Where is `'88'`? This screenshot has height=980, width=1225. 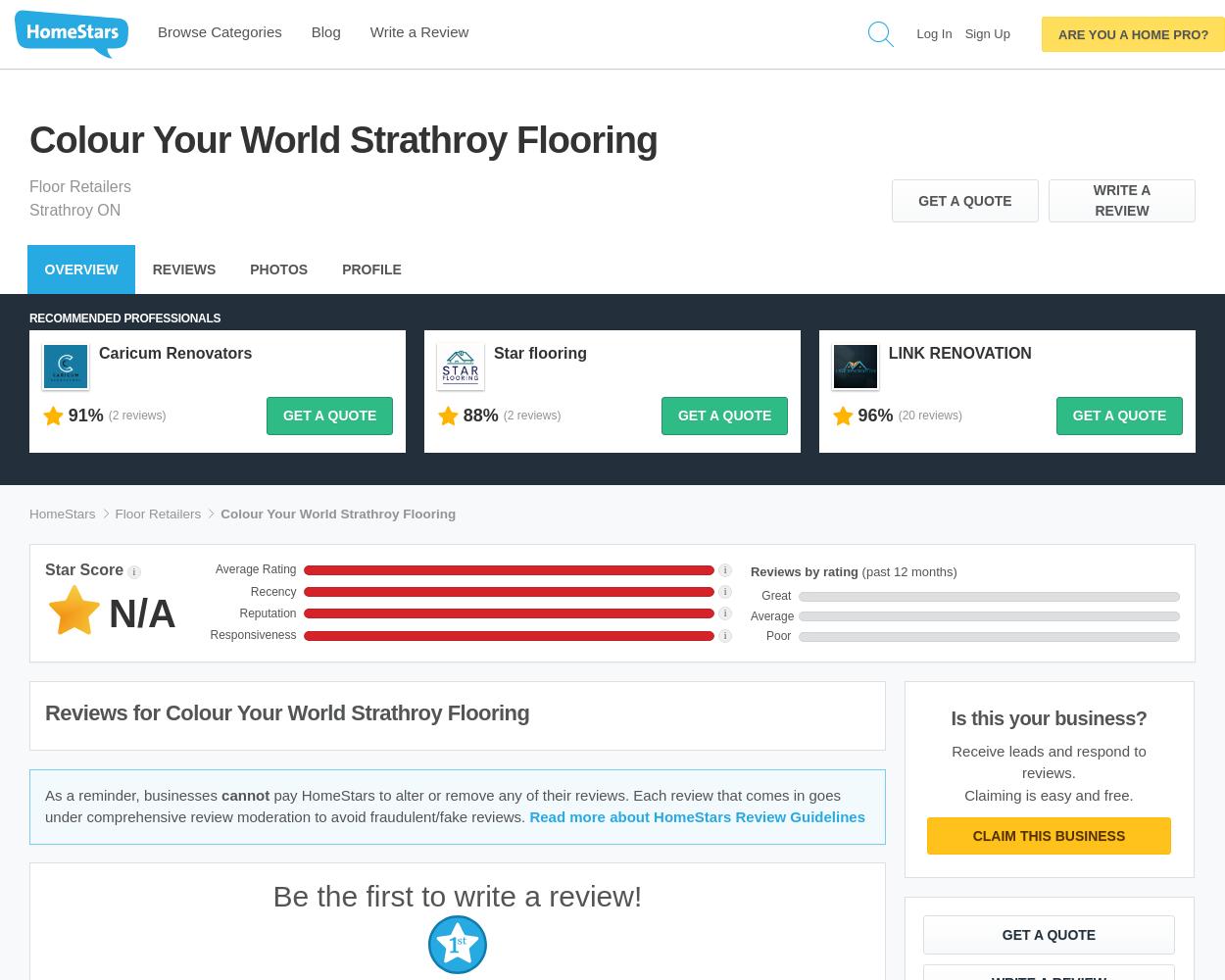 '88' is located at coordinates (471, 416).